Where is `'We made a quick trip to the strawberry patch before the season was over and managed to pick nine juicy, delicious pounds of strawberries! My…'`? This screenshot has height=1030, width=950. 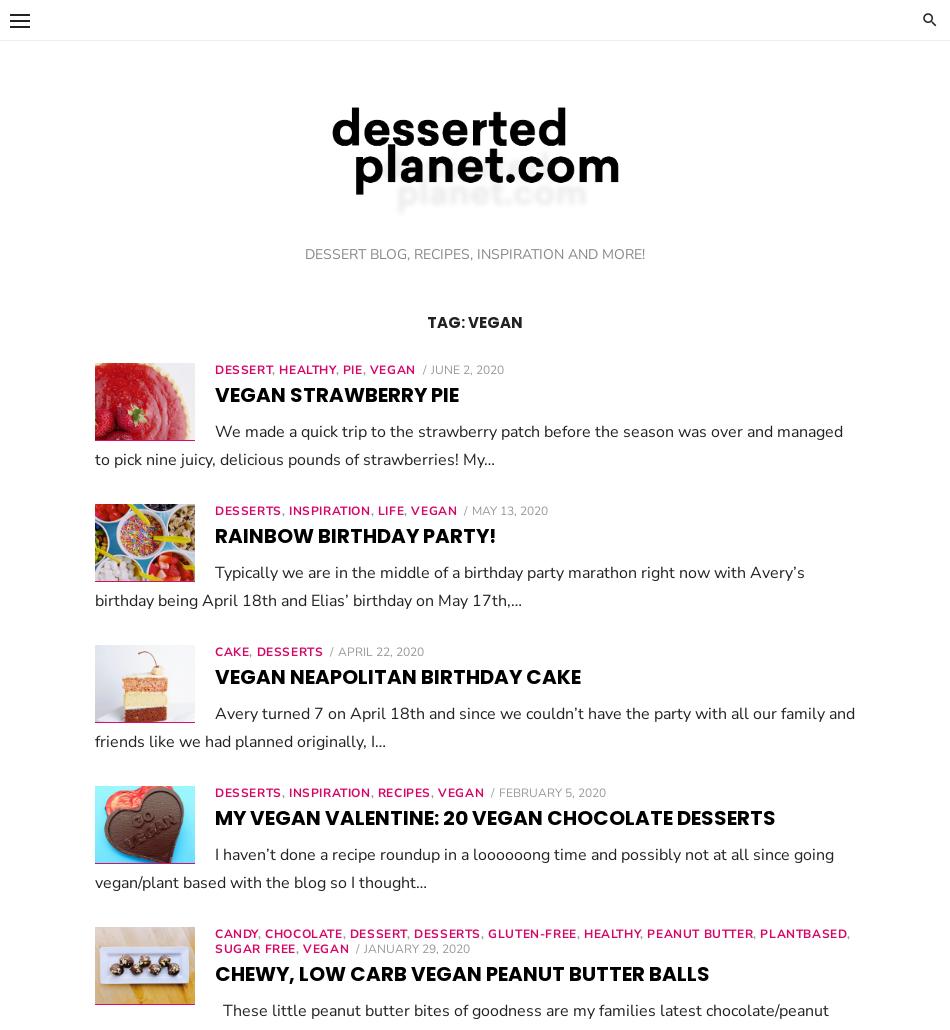 'We made a quick trip to the strawberry patch before the season was over and managed to pick nine juicy, delicious pounds of strawberries! My…' is located at coordinates (528, 444).